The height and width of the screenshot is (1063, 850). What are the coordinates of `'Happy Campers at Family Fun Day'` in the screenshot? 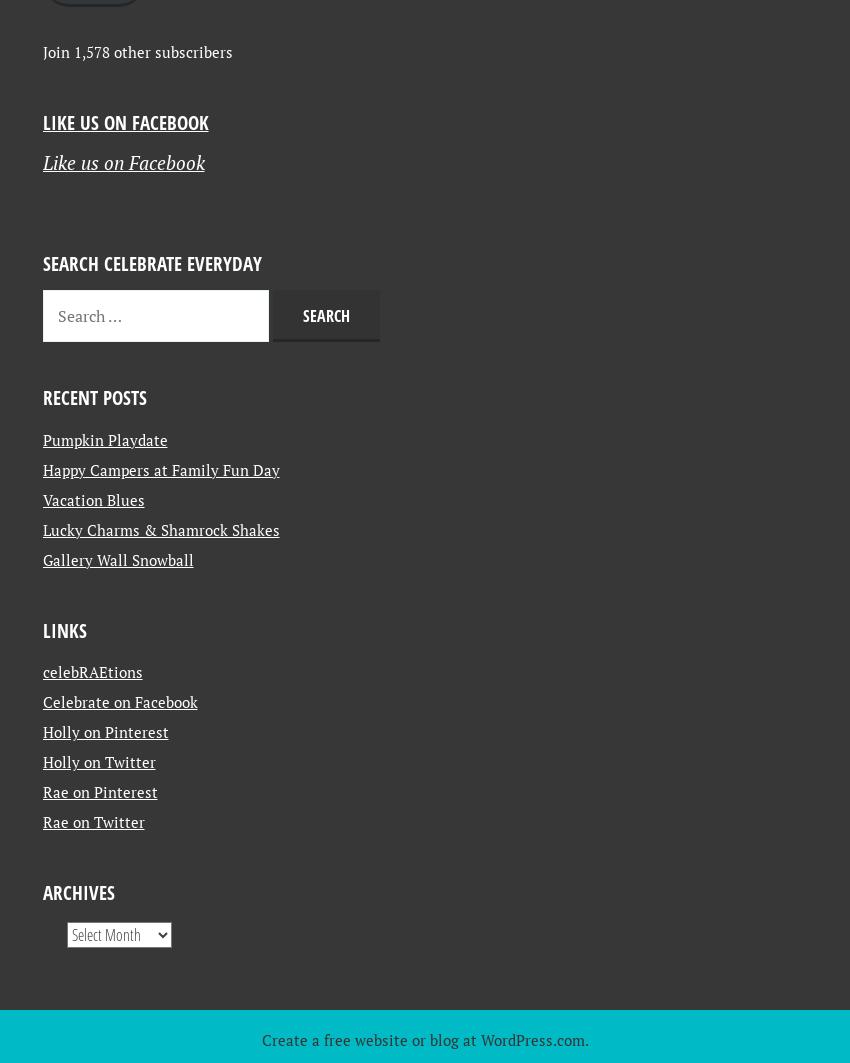 It's located at (160, 641).